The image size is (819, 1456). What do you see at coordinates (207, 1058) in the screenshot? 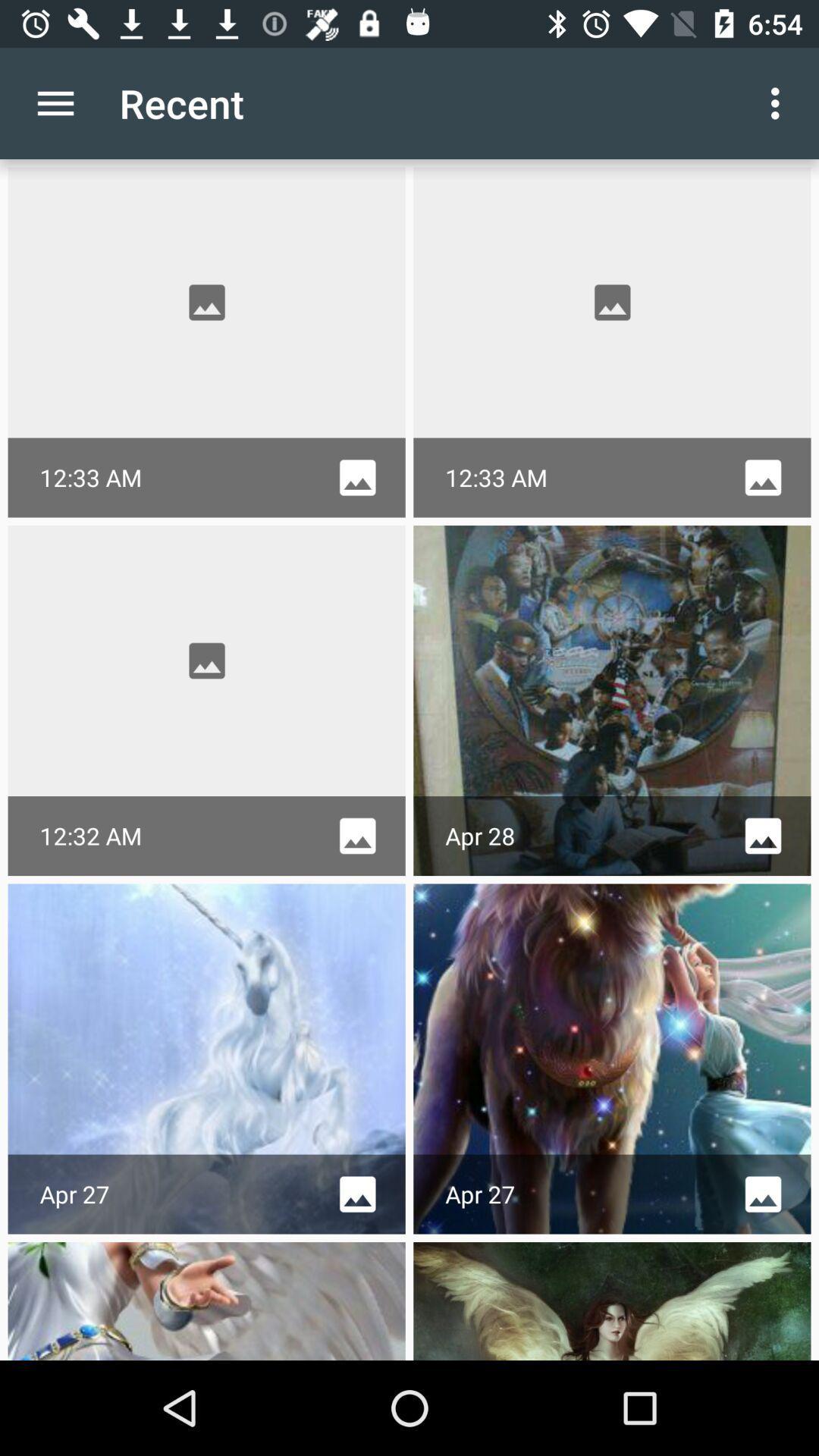
I see `the first image in third row from left` at bounding box center [207, 1058].